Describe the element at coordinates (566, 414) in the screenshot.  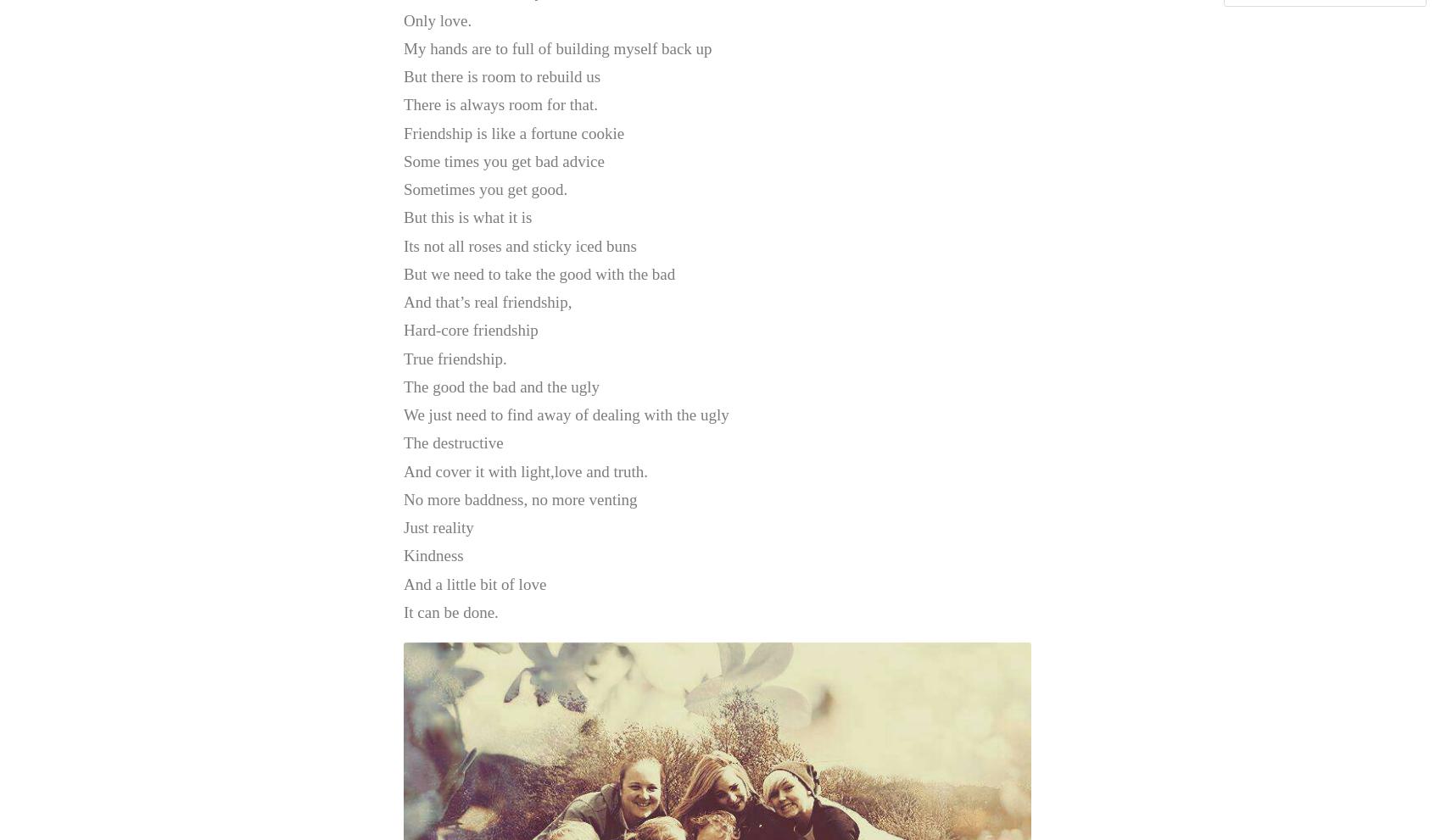
I see `'We just need to find away of dealing with the ugly'` at that location.